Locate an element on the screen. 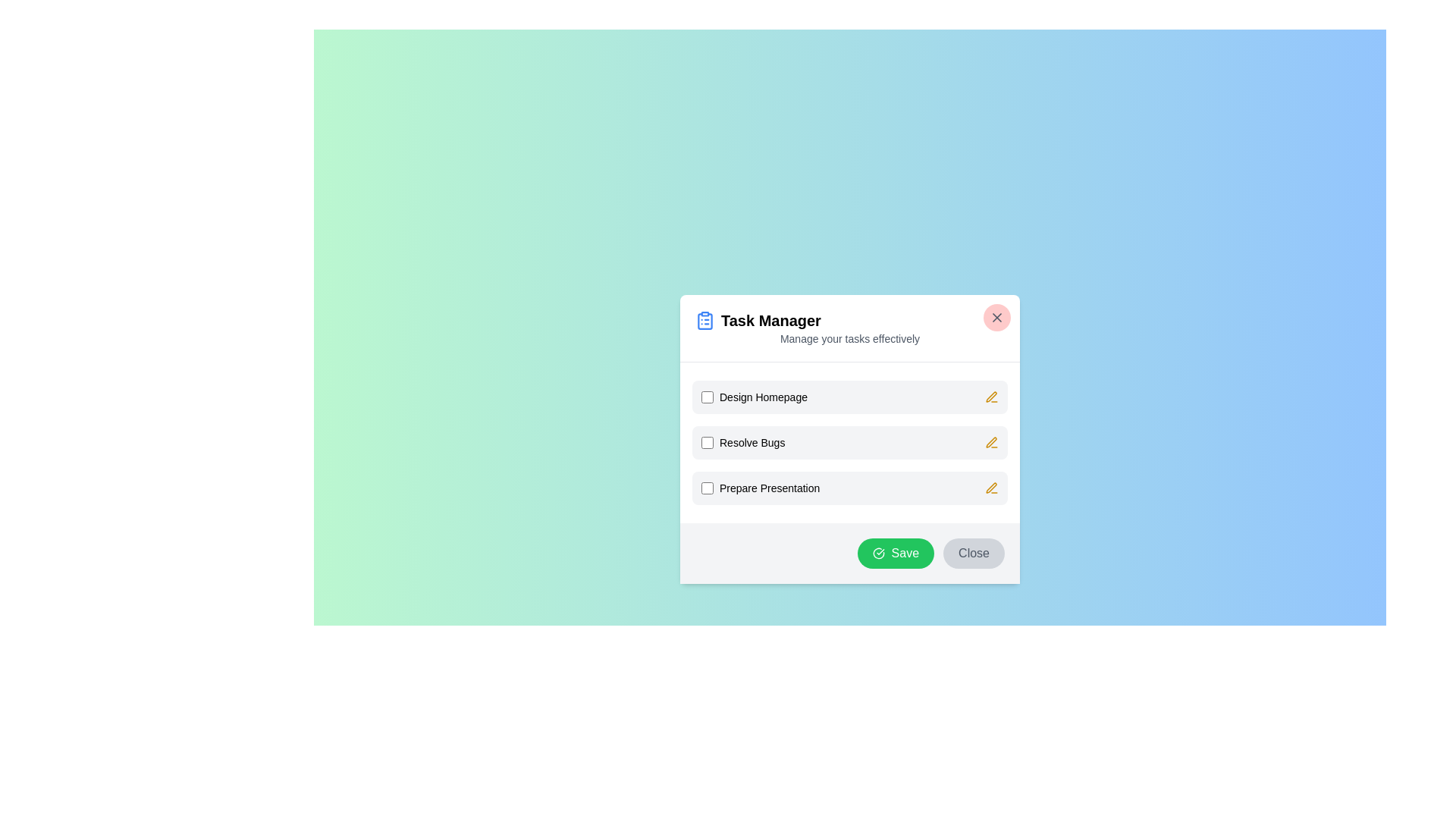  the checkbox of the task list item labeled 'Resolve Bugs' to mark it as completed is located at coordinates (850, 441).